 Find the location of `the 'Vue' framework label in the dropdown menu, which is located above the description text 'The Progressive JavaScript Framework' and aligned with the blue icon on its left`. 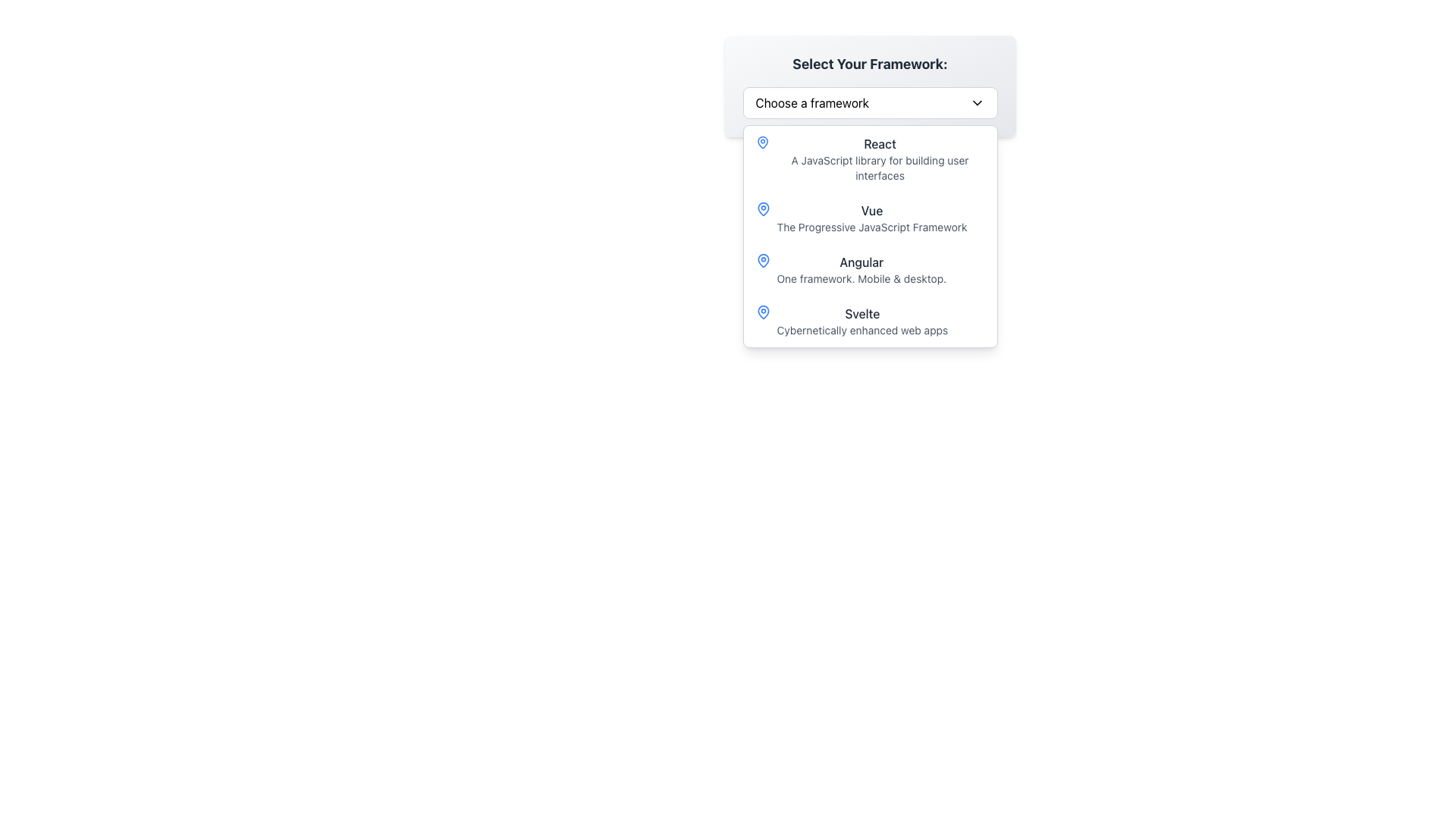

the 'Vue' framework label in the dropdown menu, which is located above the description text 'The Progressive JavaScript Framework' and aligned with the blue icon on its left is located at coordinates (871, 210).